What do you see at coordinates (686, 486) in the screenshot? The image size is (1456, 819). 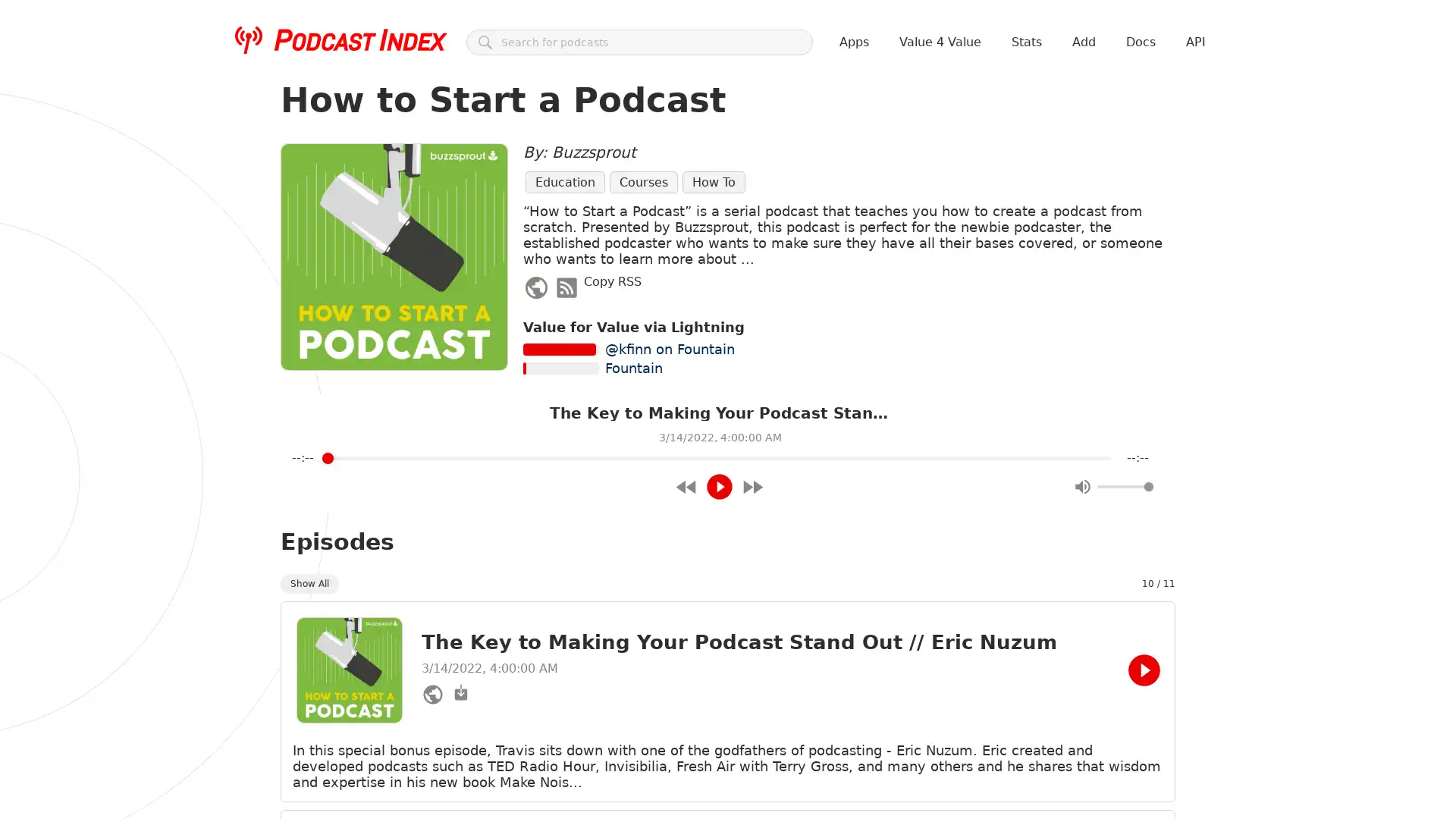 I see `Rewind` at bounding box center [686, 486].